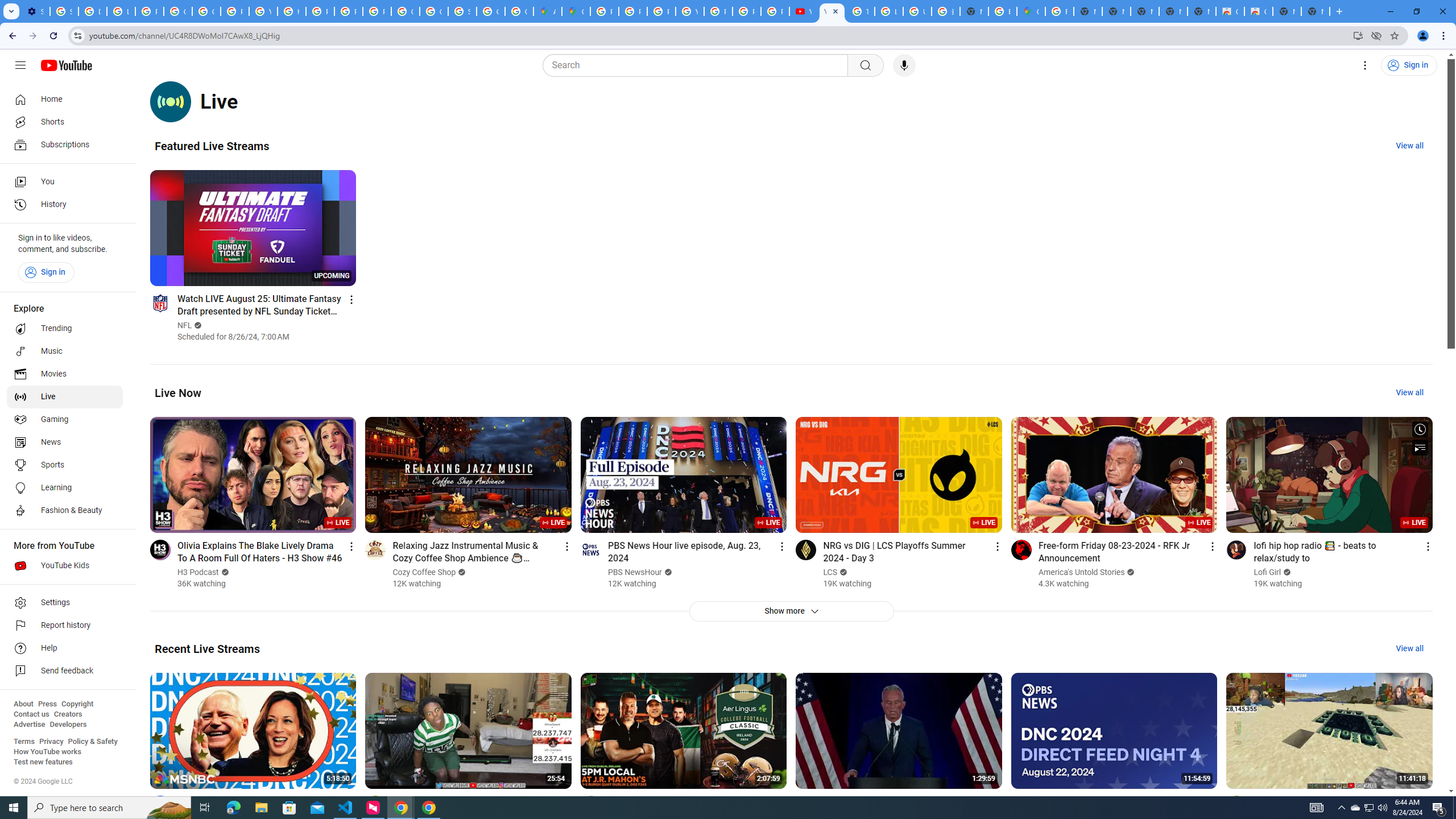 Image resolution: width=1456 pixels, height=819 pixels. What do you see at coordinates (64, 671) in the screenshot?
I see `'Send feedback'` at bounding box center [64, 671].